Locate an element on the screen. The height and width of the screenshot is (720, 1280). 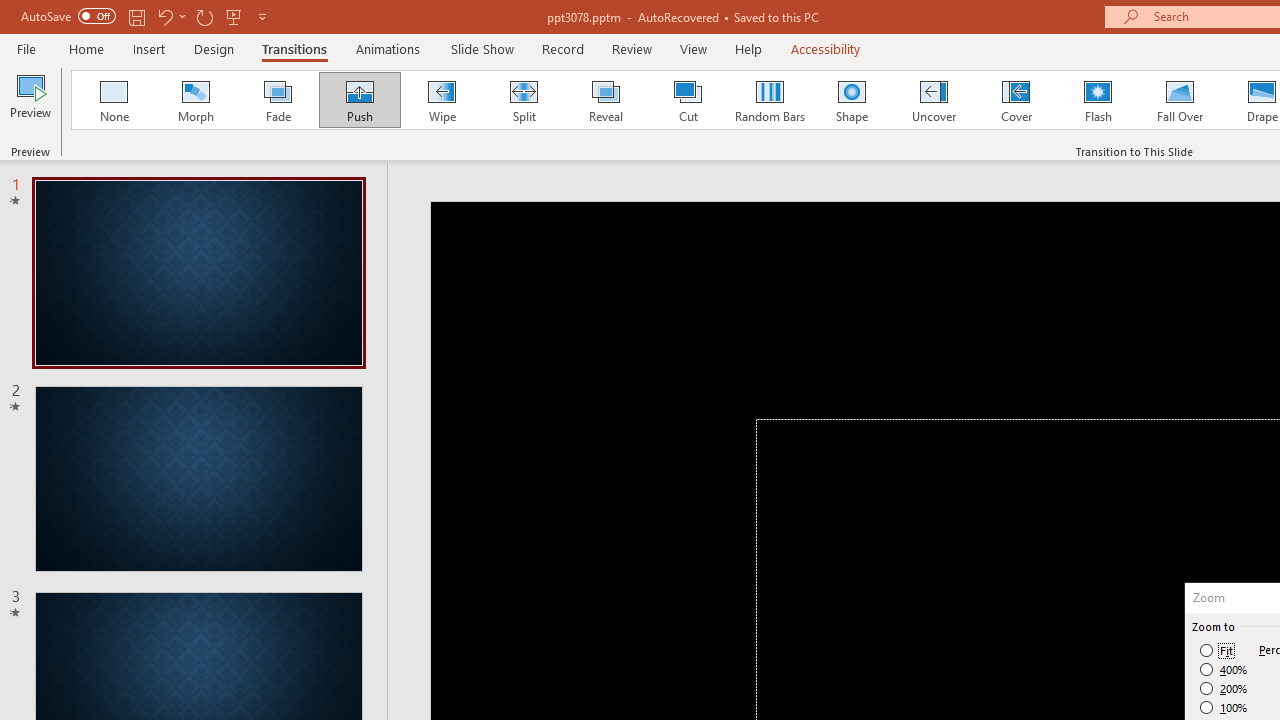
'Fit' is located at coordinates (1216, 650).